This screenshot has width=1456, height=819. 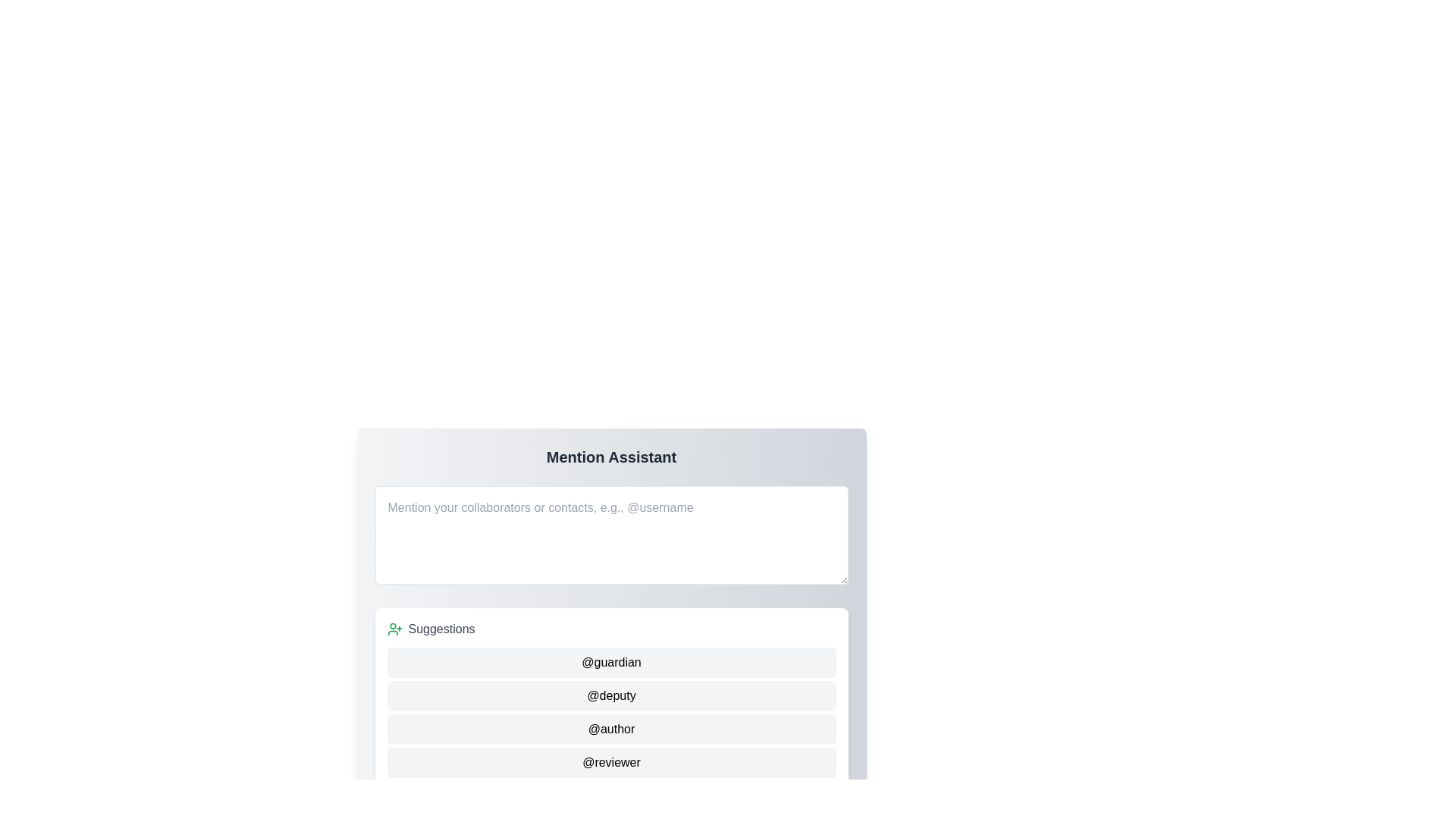 What do you see at coordinates (611, 698) in the screenshot?
I see `individual list items in the 'Suggestions' section of the Mention Assistant, which displays a list of usernames styled in light gray rectangular cards` at bounding box center [611, 698].